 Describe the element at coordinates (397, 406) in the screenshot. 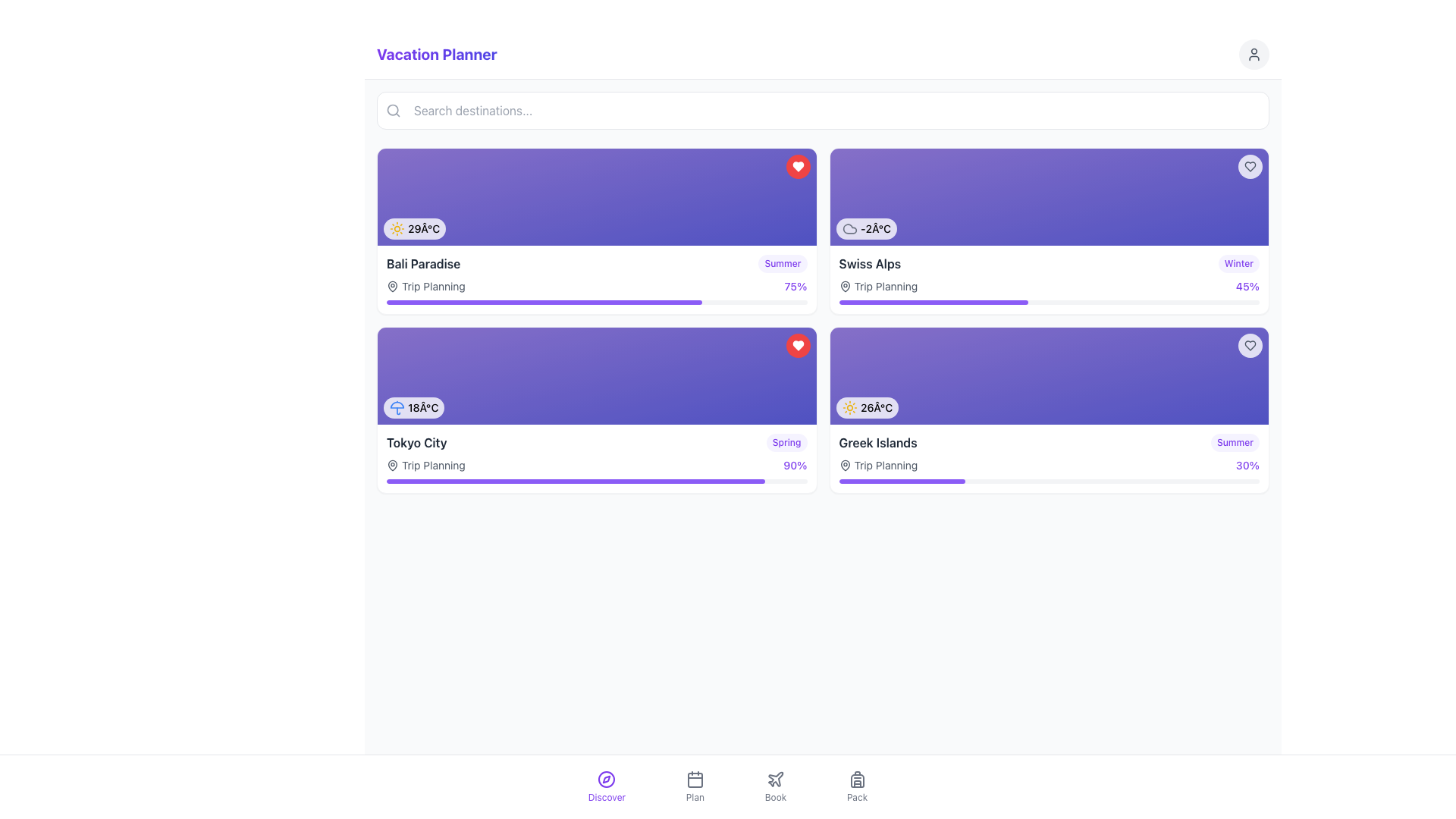

I see `the blue-stroked umbrella icon located in the bottom-left corner of the 'Tokyo City' card, which is positioned left of the temperature text '18°C'` at that location.